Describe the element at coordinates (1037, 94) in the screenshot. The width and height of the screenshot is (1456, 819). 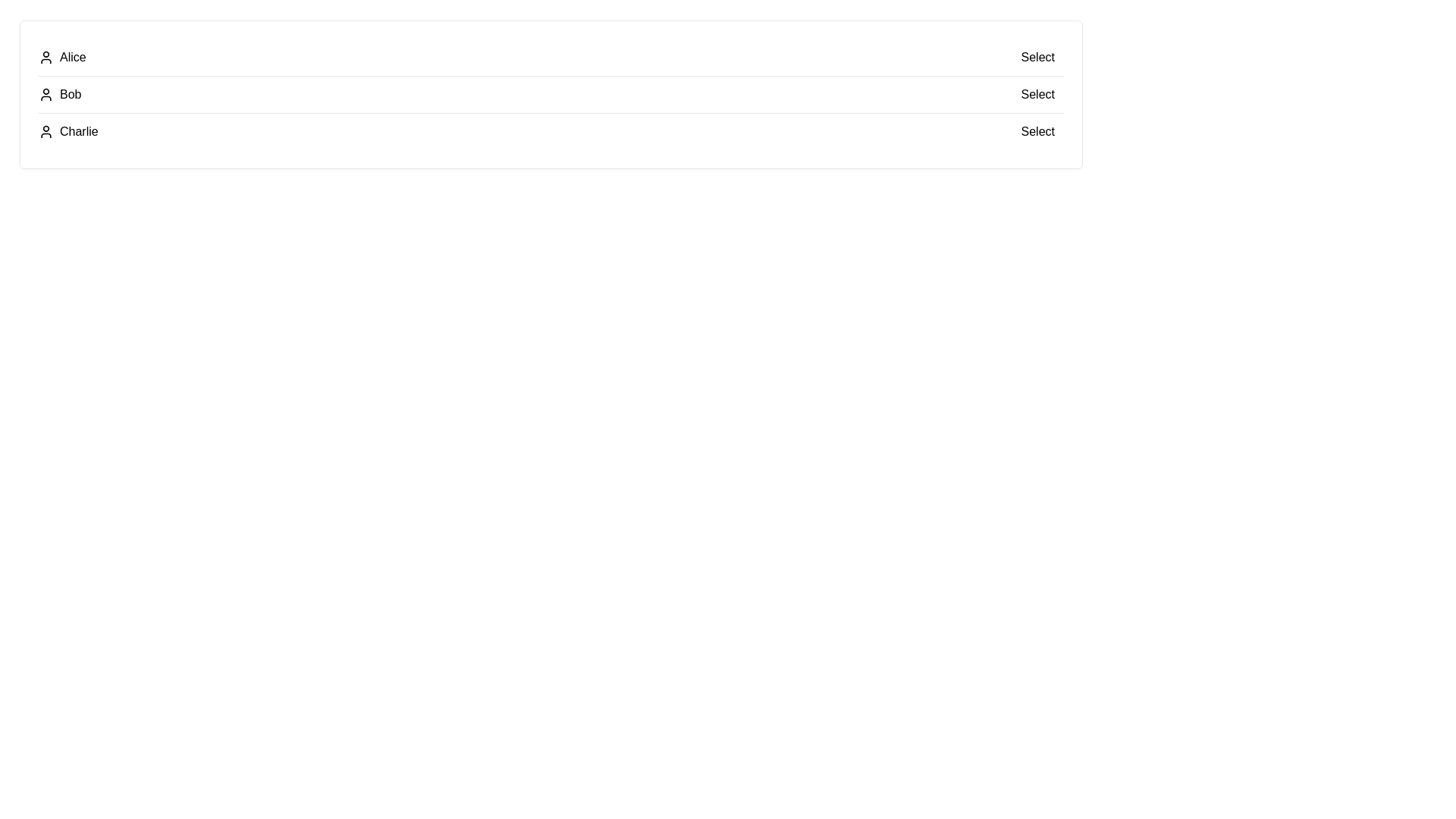
I see `the 'Select' button for the user Bob` at that location.